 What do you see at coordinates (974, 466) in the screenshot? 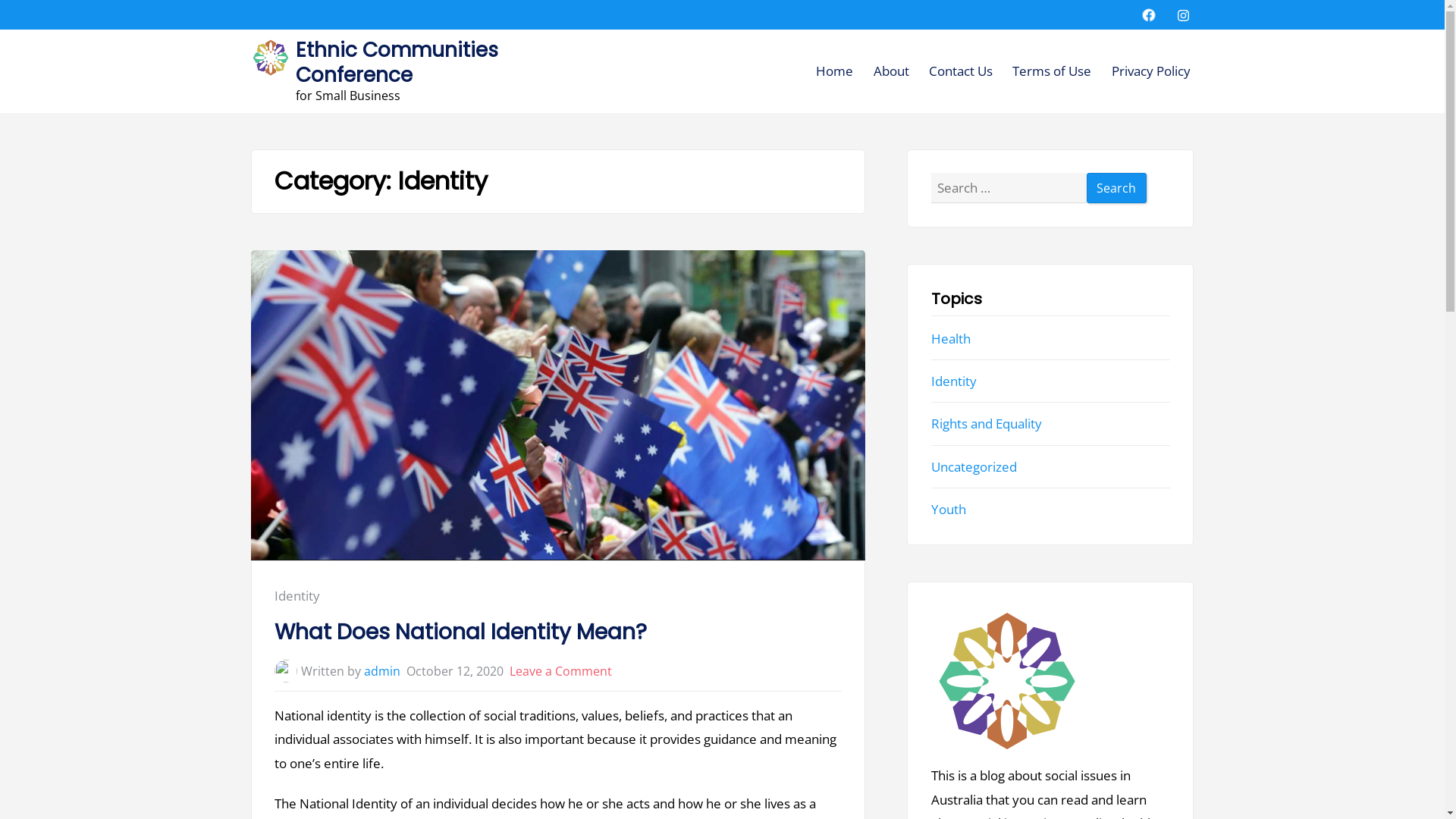
I see `'Uncategorized'` at bounding box center [974, 466].